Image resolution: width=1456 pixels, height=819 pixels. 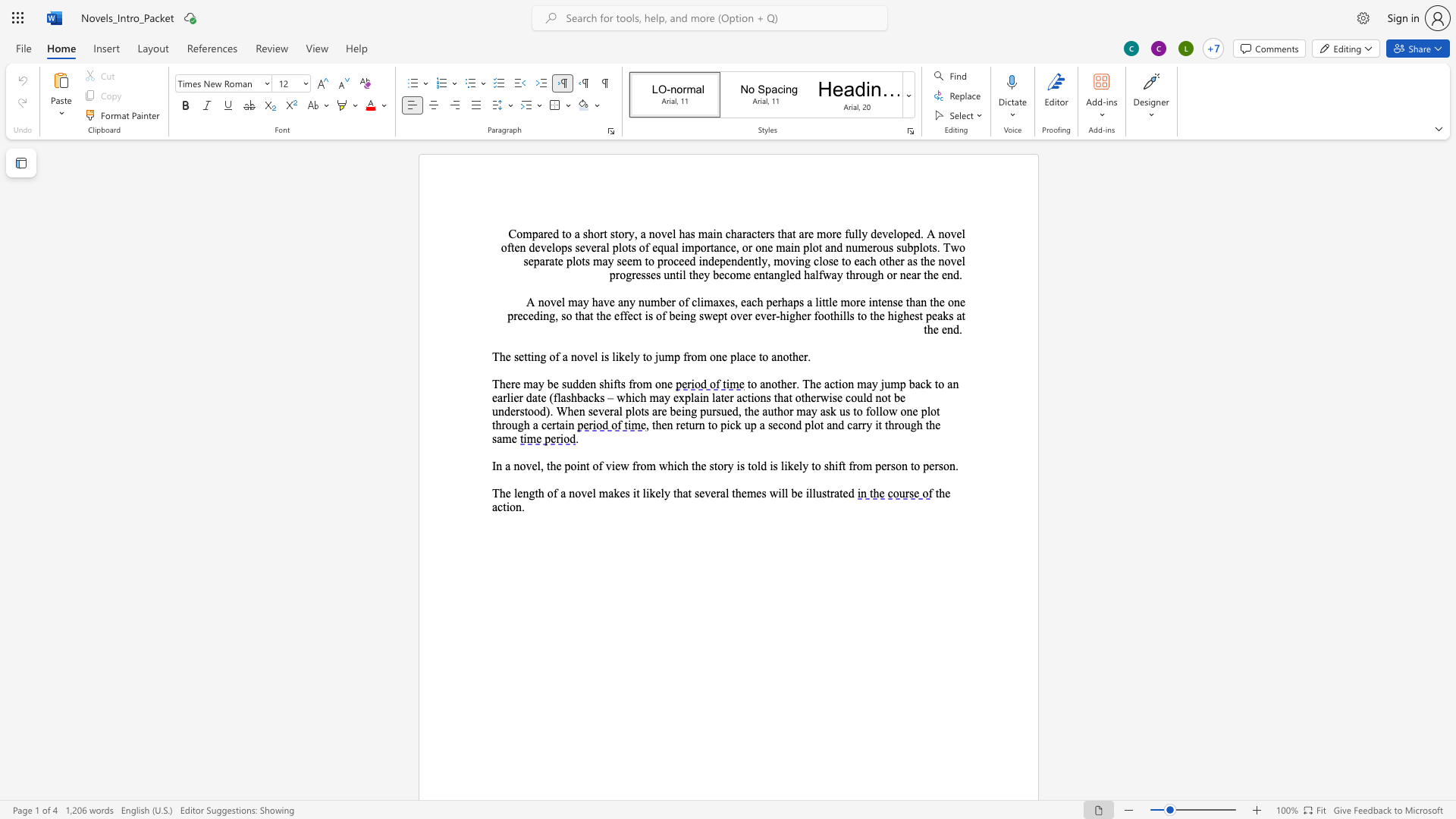 I want to click on the space between the continuous character "n" and "g" in the text, so click(x=529, y=493).